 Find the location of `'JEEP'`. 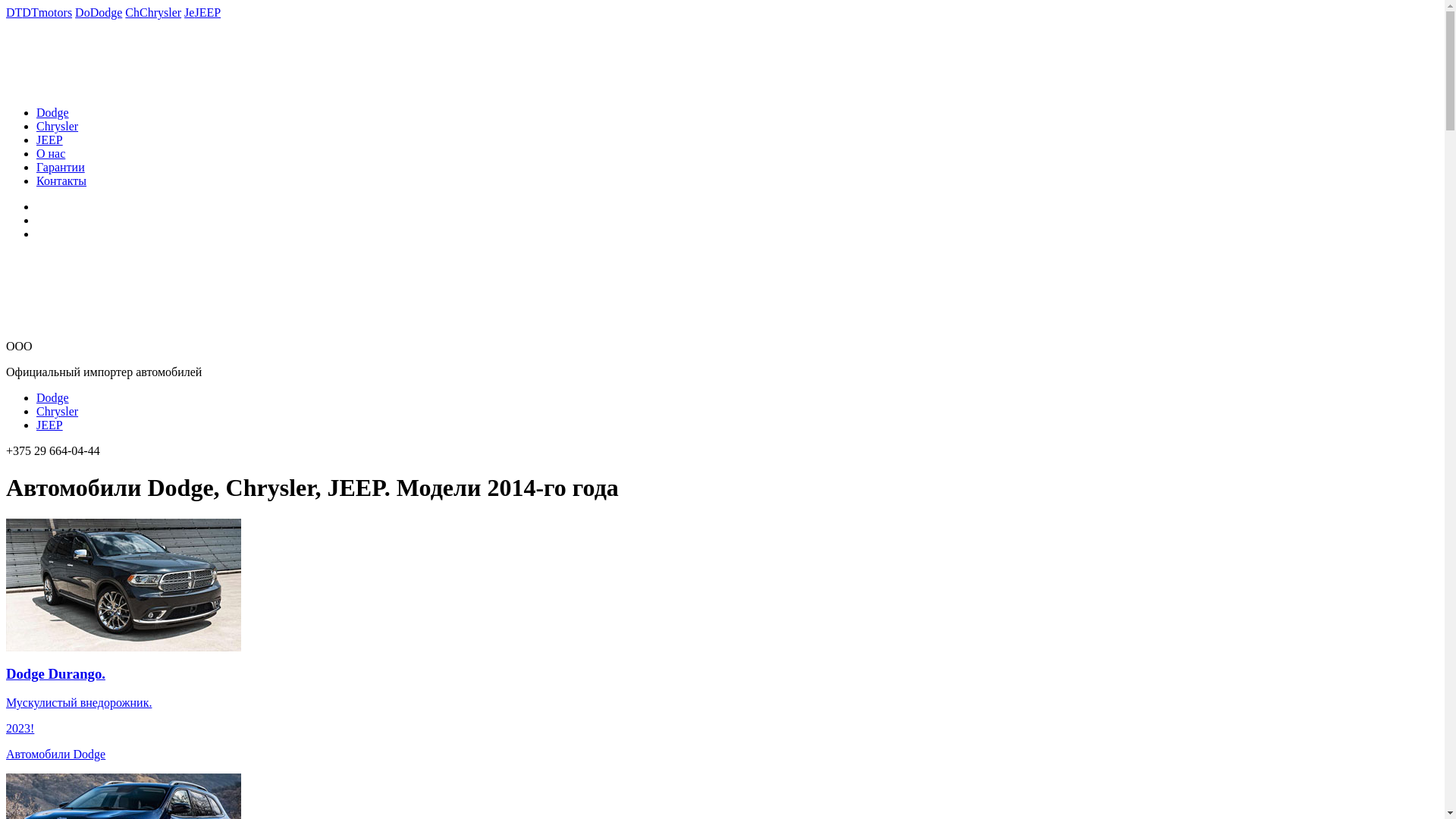

'JEEP' is located at coordinates (49, 140).